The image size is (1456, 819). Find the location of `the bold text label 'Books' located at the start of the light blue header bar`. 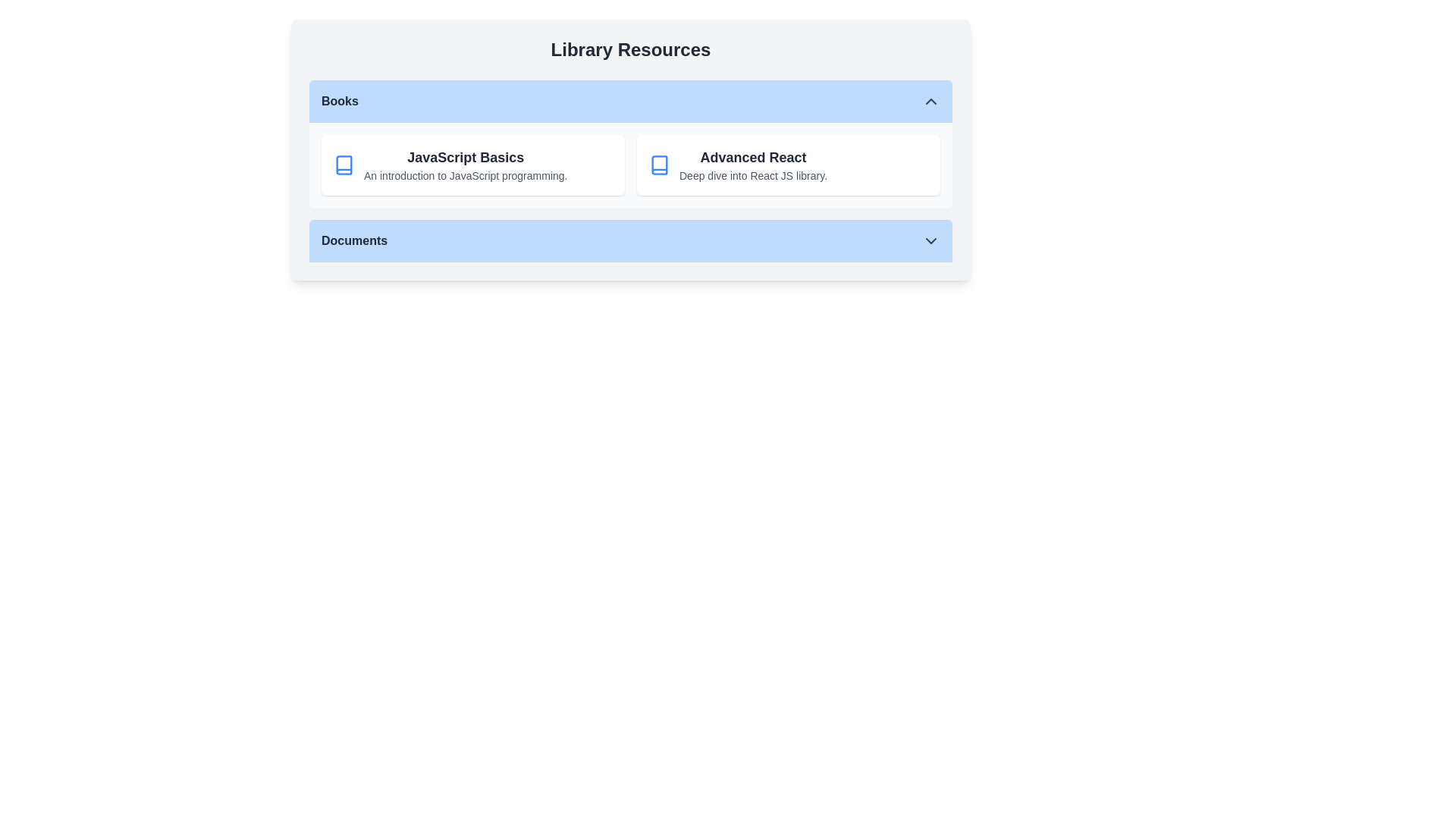

the bold text label 'Books' located at the start of the light blue header bar is located at coordinates (339, 102).